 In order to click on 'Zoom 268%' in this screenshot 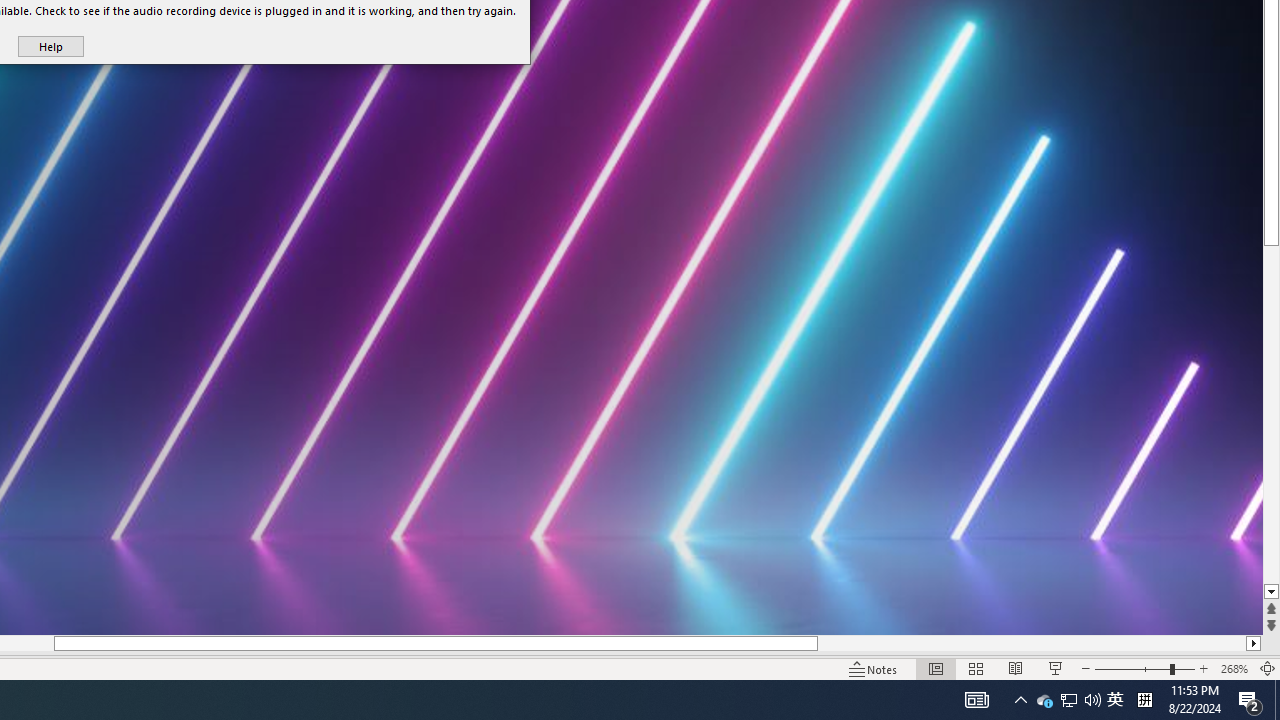, I will do `click(1233, 669)`.